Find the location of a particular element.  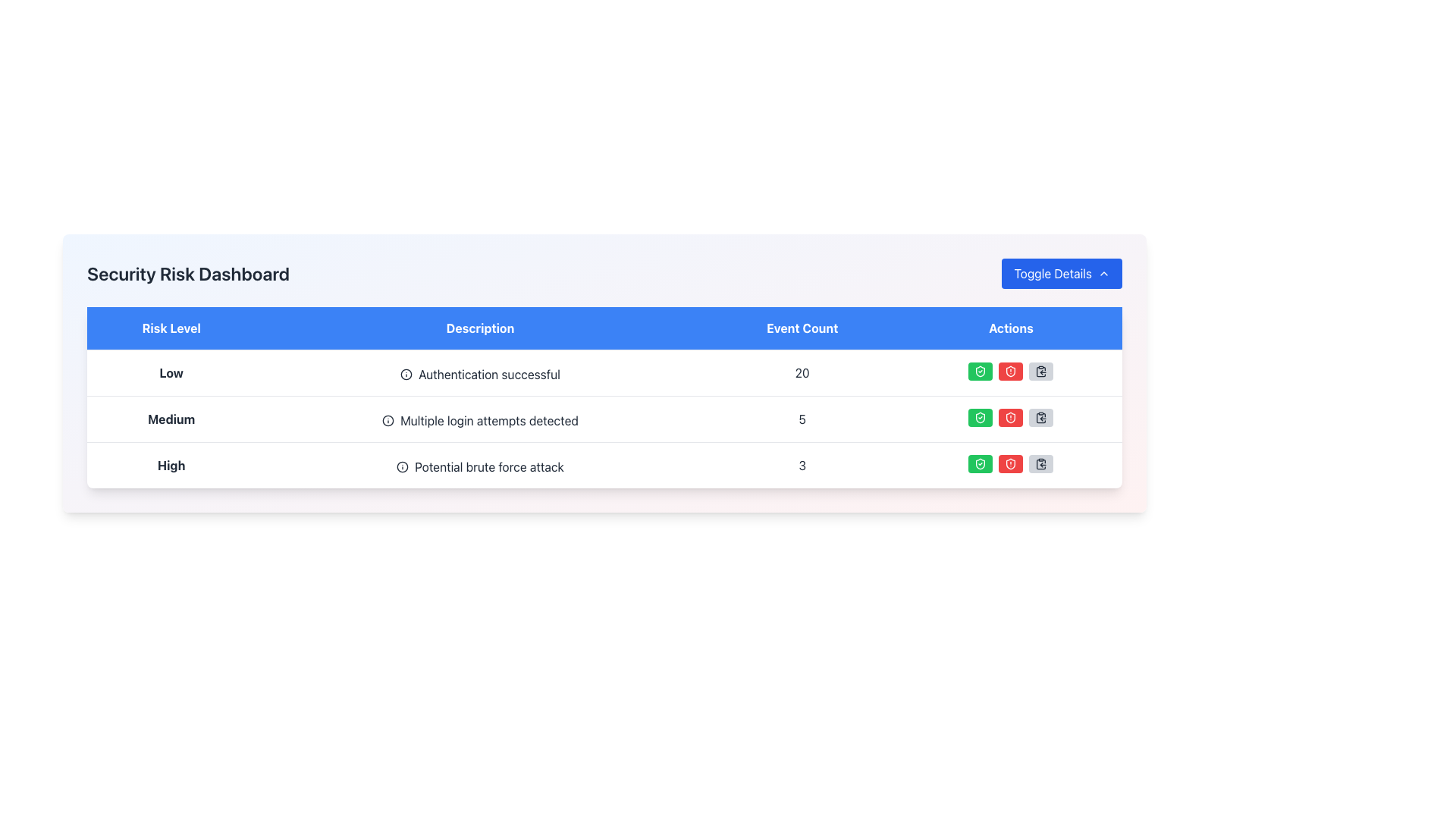

the text display that reads 'Multiple login attempts detected', which is centrally aligned in its cell and accompanied by an informational icon to the left is located at coordinates (479, 421).